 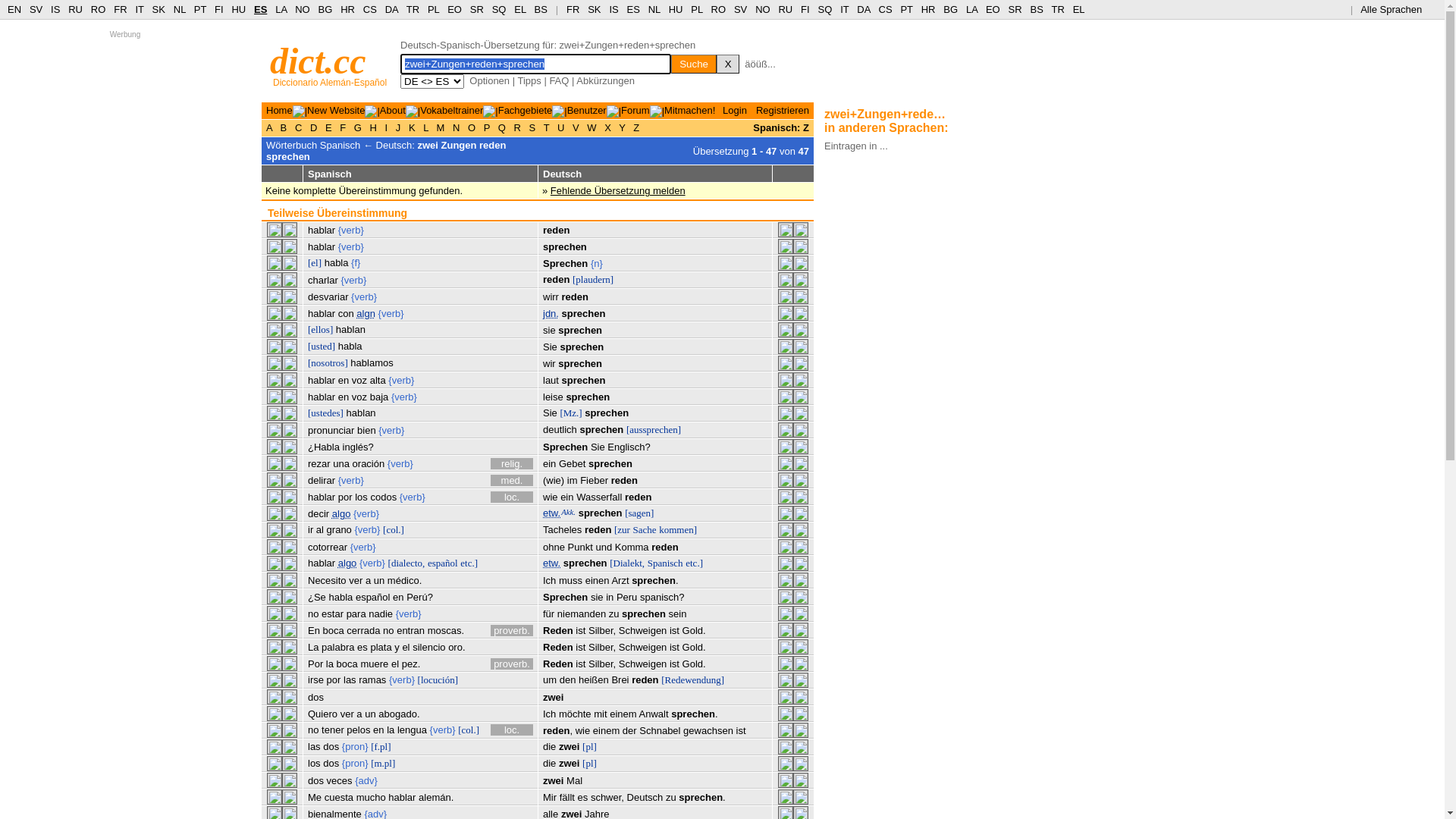 What do you see at coordinates (629, 730) in the screenshot?
I see `'der'` at bounding box center [629, 730].